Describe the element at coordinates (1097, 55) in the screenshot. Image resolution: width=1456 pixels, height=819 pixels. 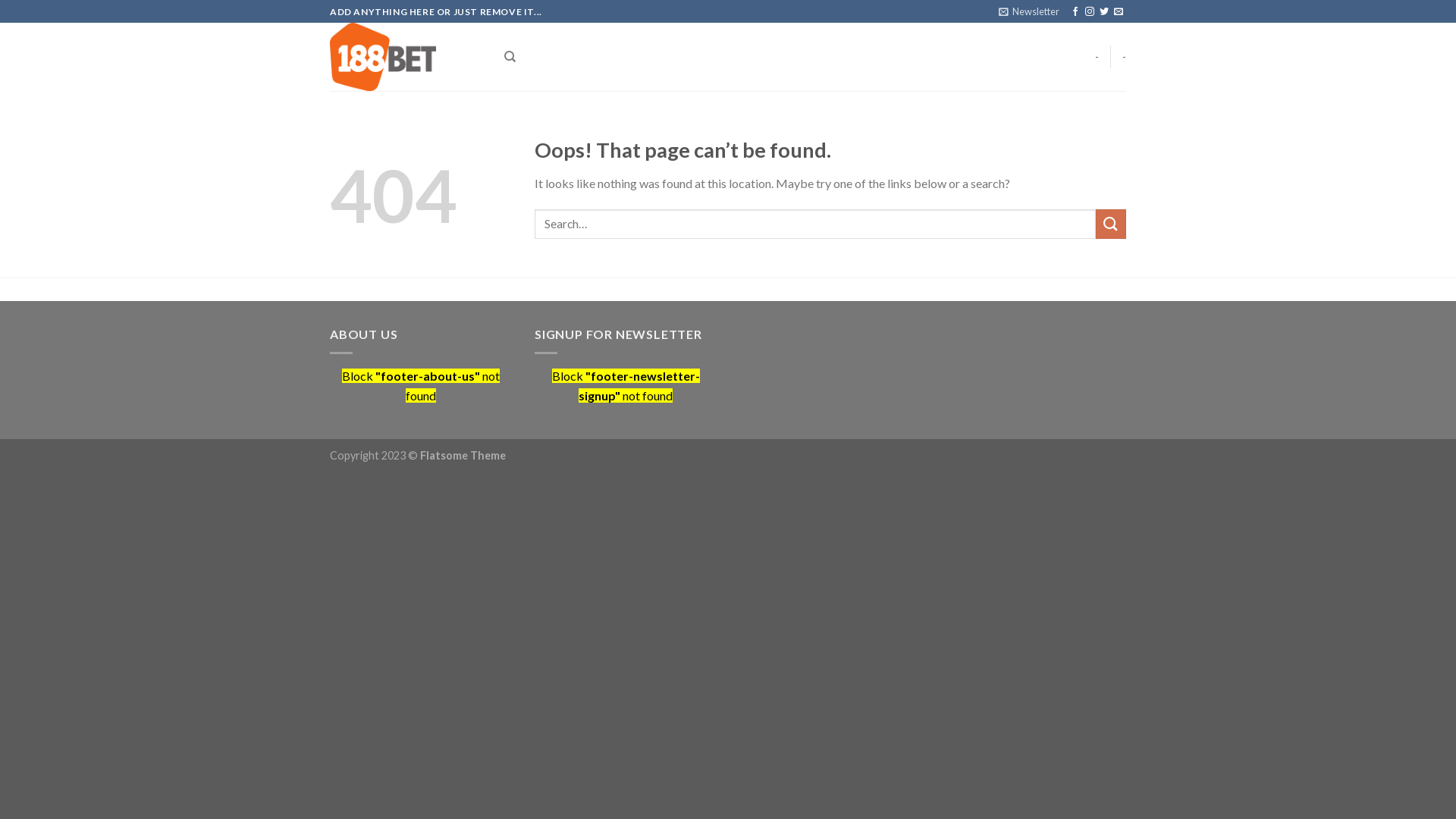
I see `'-'` at that location.